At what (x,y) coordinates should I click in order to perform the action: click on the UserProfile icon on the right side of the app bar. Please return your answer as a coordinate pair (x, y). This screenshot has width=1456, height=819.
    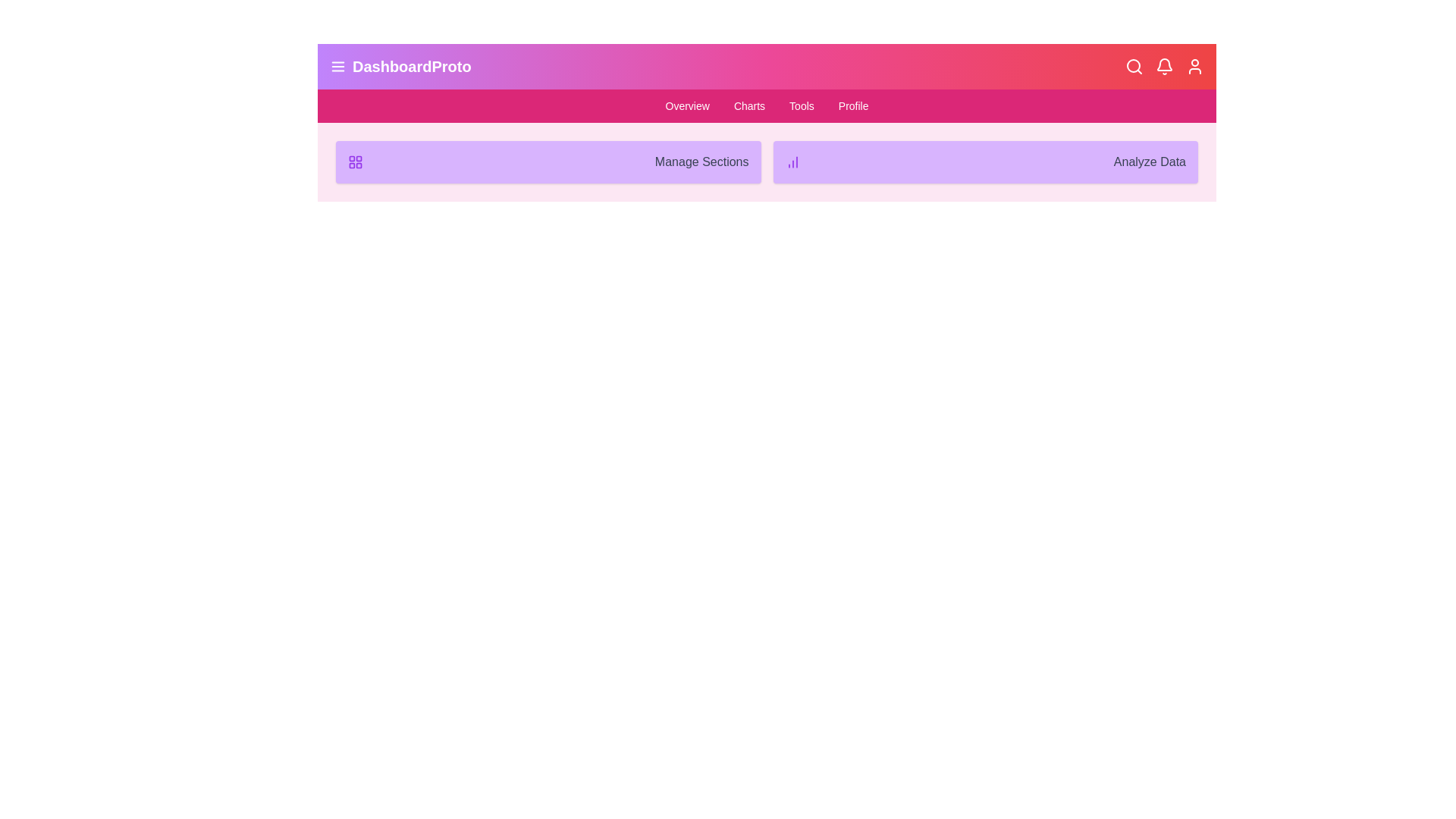
    Looking at the image, I should click on (1194, 66).